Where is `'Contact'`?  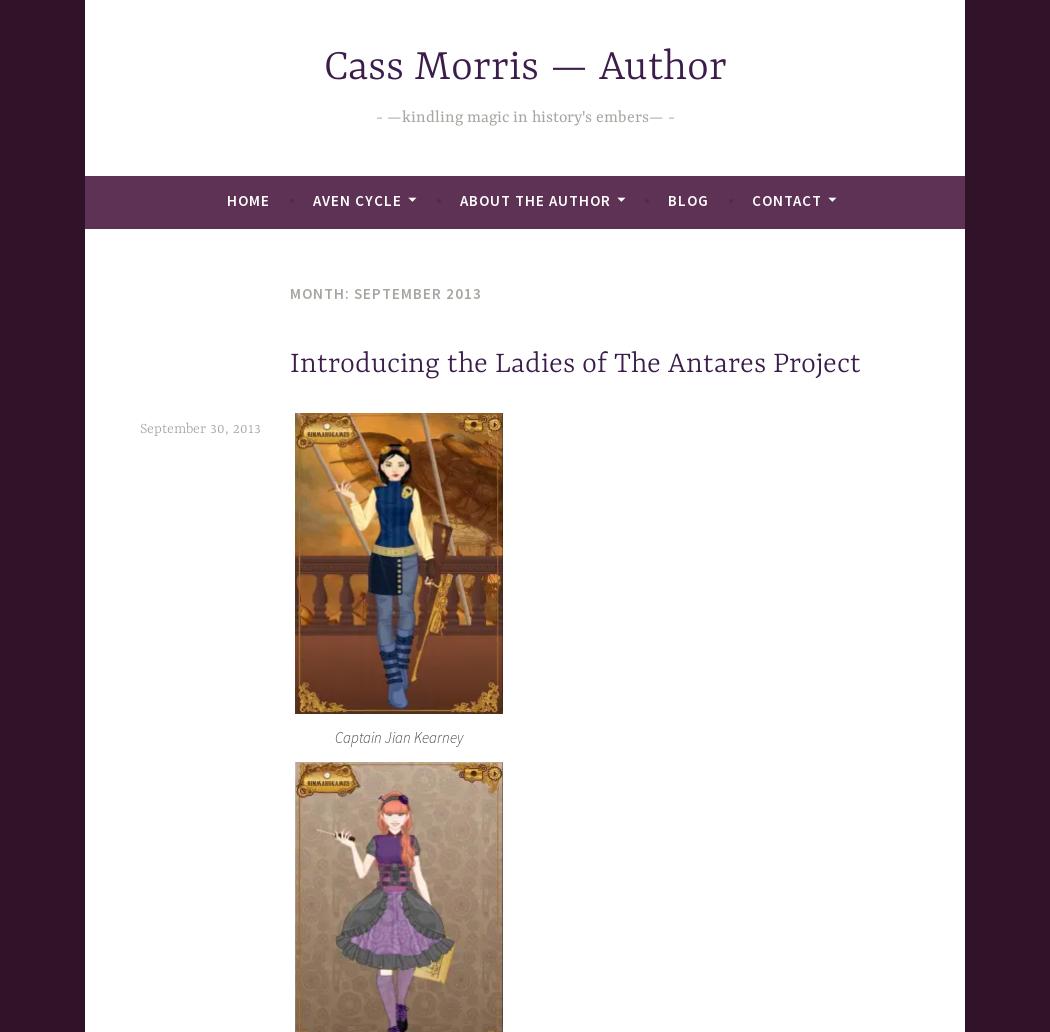 'Contact' is located at coordinates (786, 199).